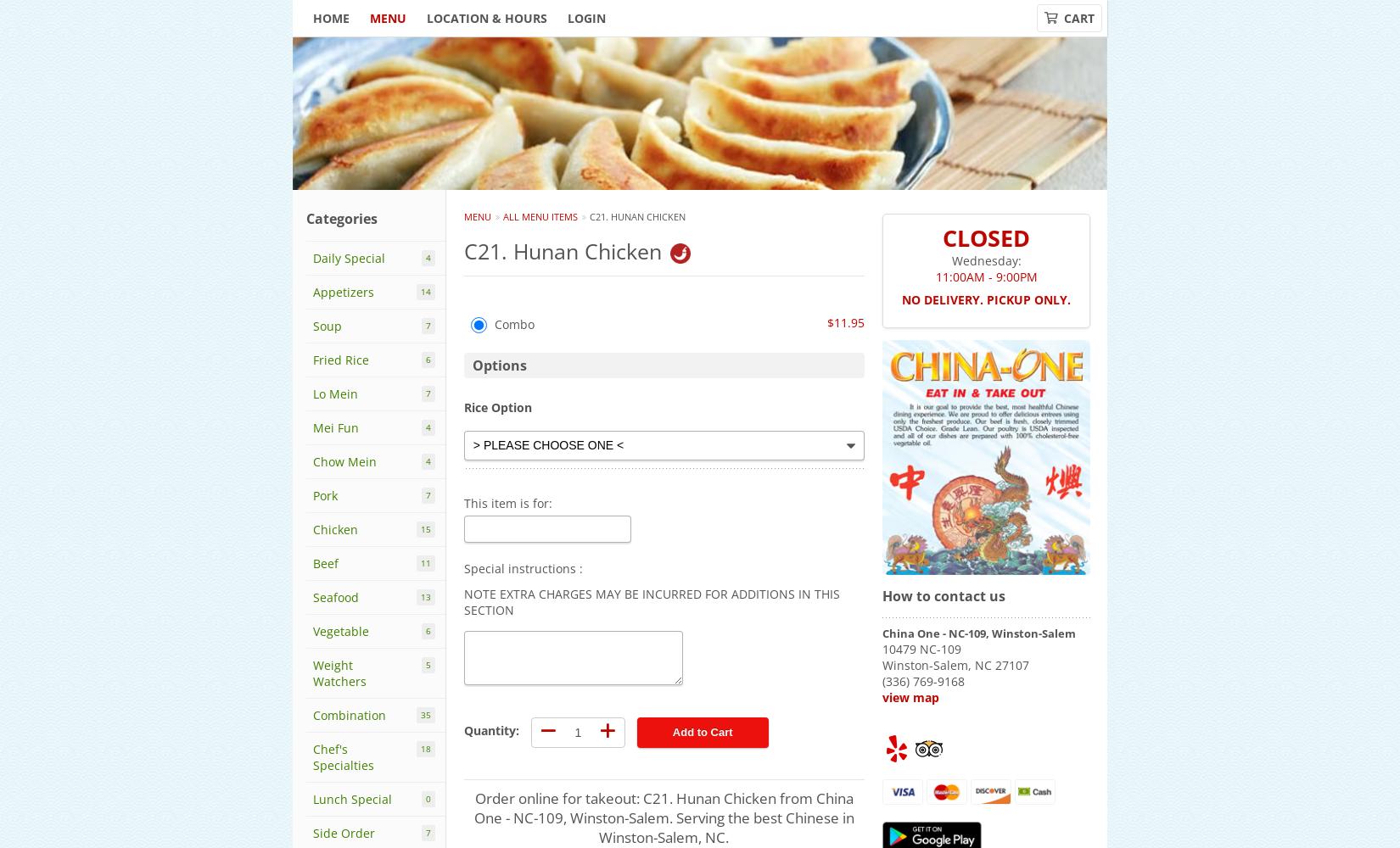 The image size is (1400, 848). I want to click on 'Side Order', so click(344, 832).